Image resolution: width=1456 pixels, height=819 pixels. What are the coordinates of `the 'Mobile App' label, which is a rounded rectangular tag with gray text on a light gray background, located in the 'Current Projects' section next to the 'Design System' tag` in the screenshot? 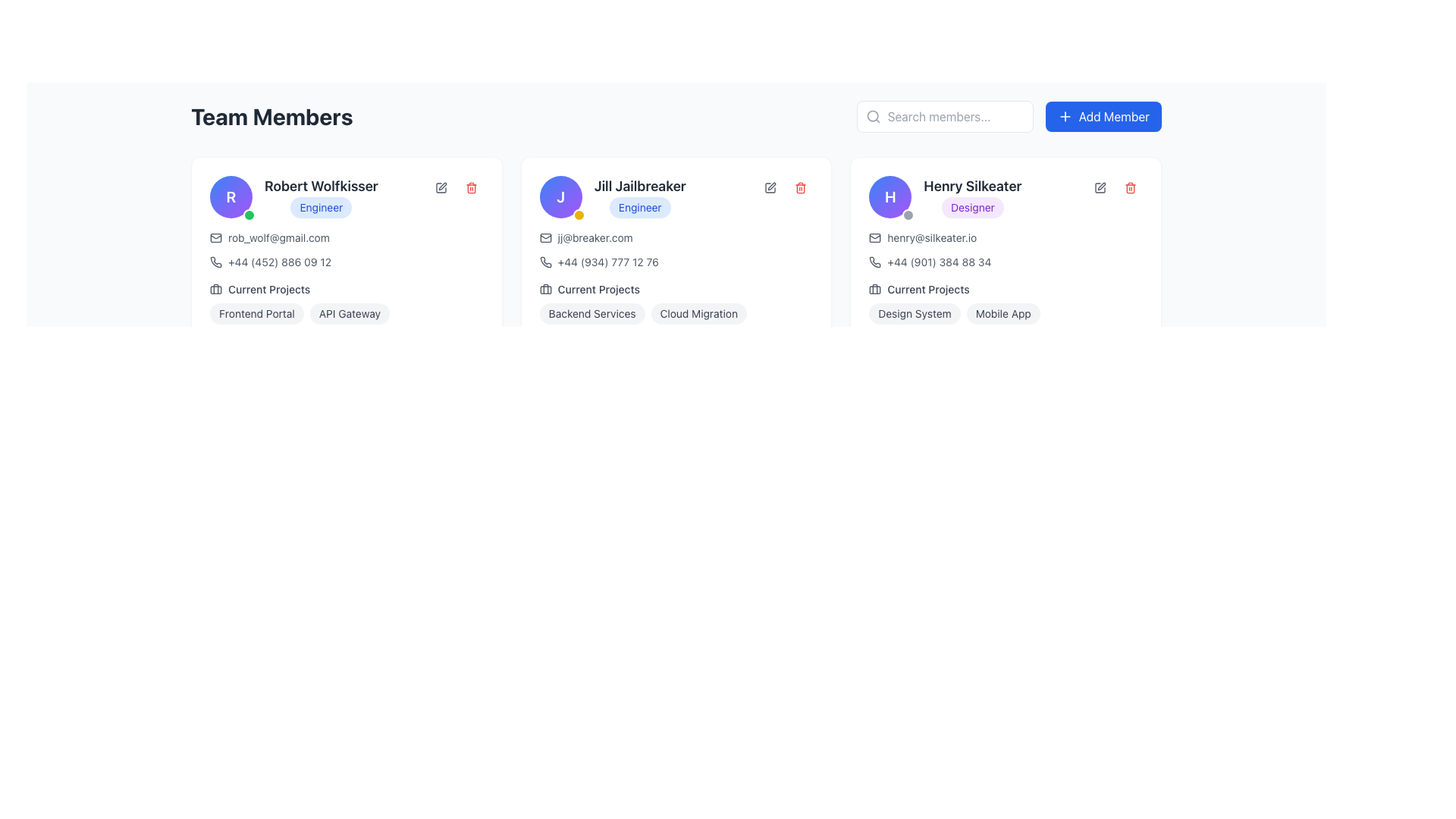 It's located at (1003, 312).